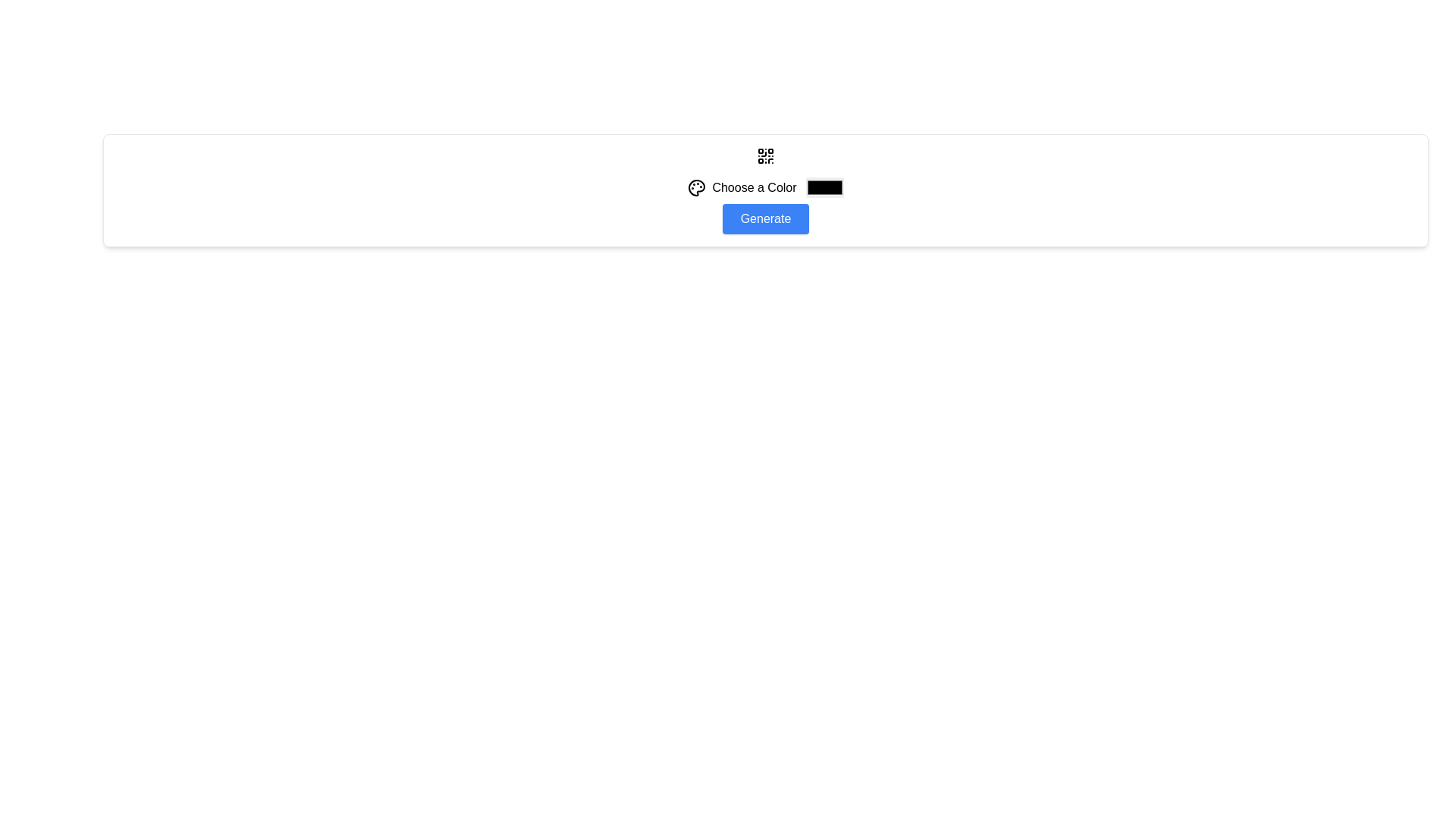 This screenshot has height=819, width=1456. What do you see at coordinates (696, 187) in the screenshot?
I see `the painter's palette icon located to the immediate left of the 'Choose a Color' text in the middle of the user interface` at bounding box center [696, 187].